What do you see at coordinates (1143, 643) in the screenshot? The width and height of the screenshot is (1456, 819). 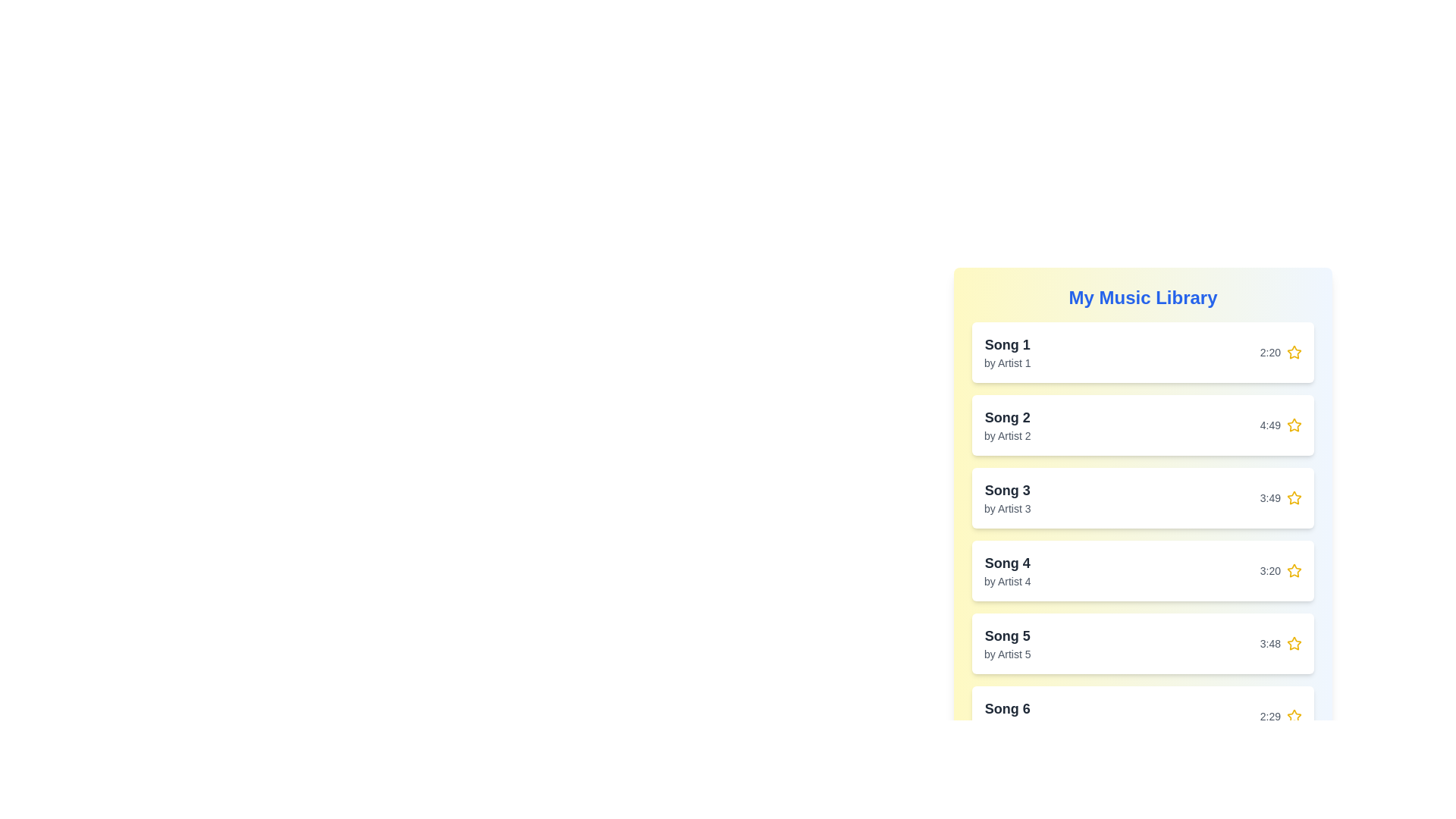 I see `song details displayed in the Content Block for 'Song 5' by 'Artist 5', which is the fifth item in the 'My Music Library' list` at bounding box center [1143, 643].